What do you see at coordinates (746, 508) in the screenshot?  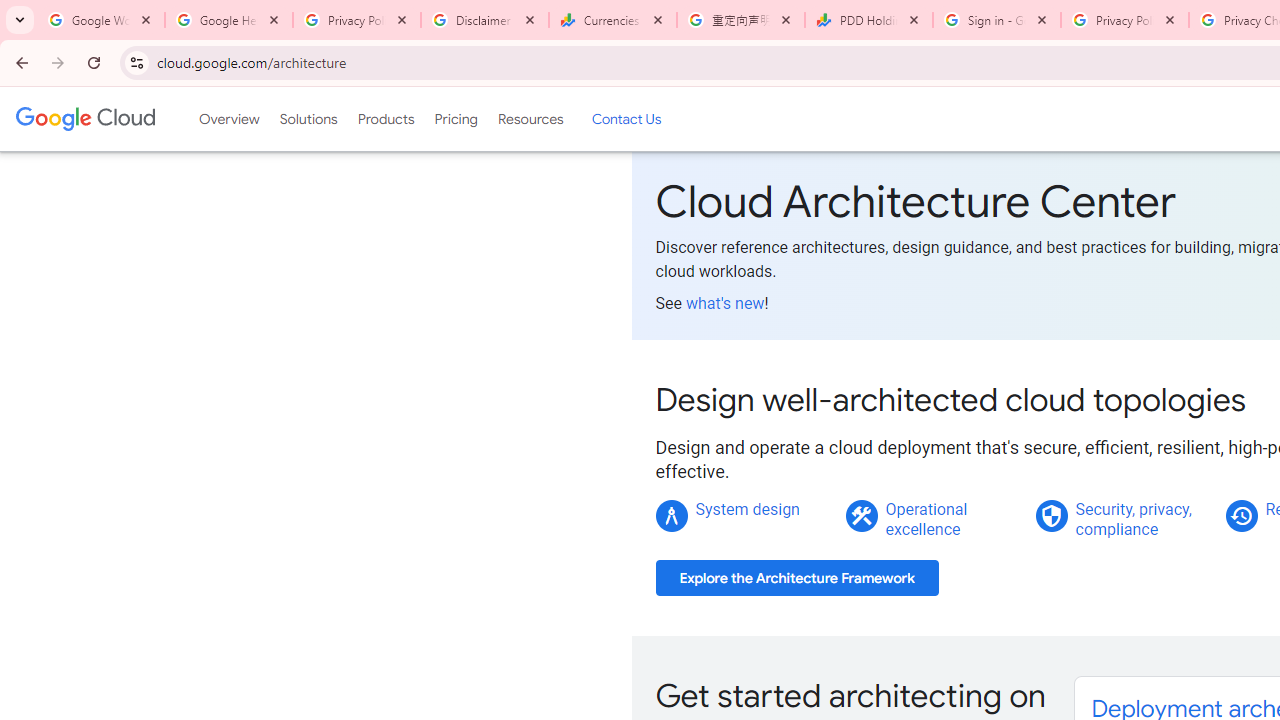 I see `'System design'` at bounding box center [746, 508].